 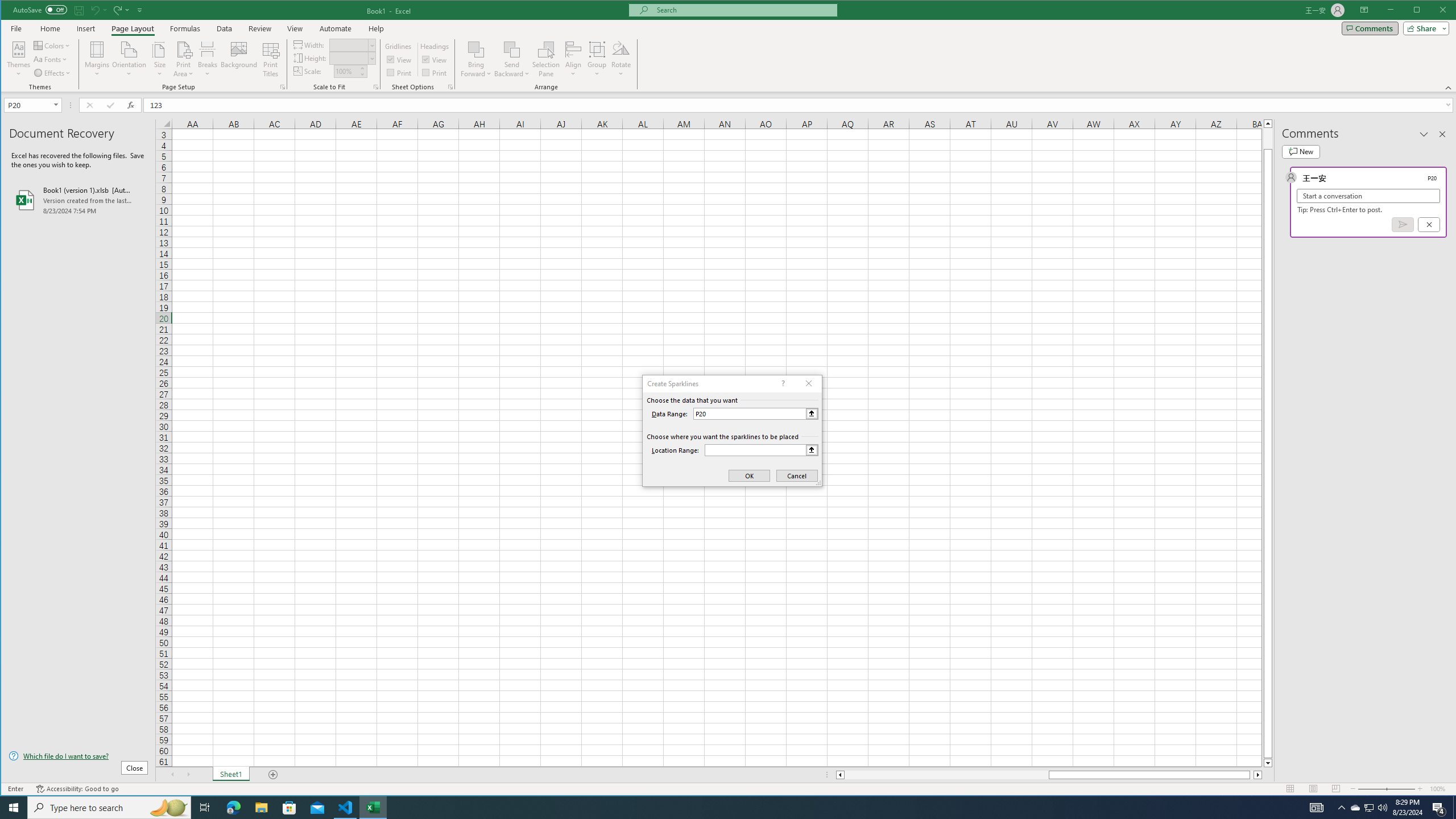 I want to click on 'Background...', so click(x=239, y=59).